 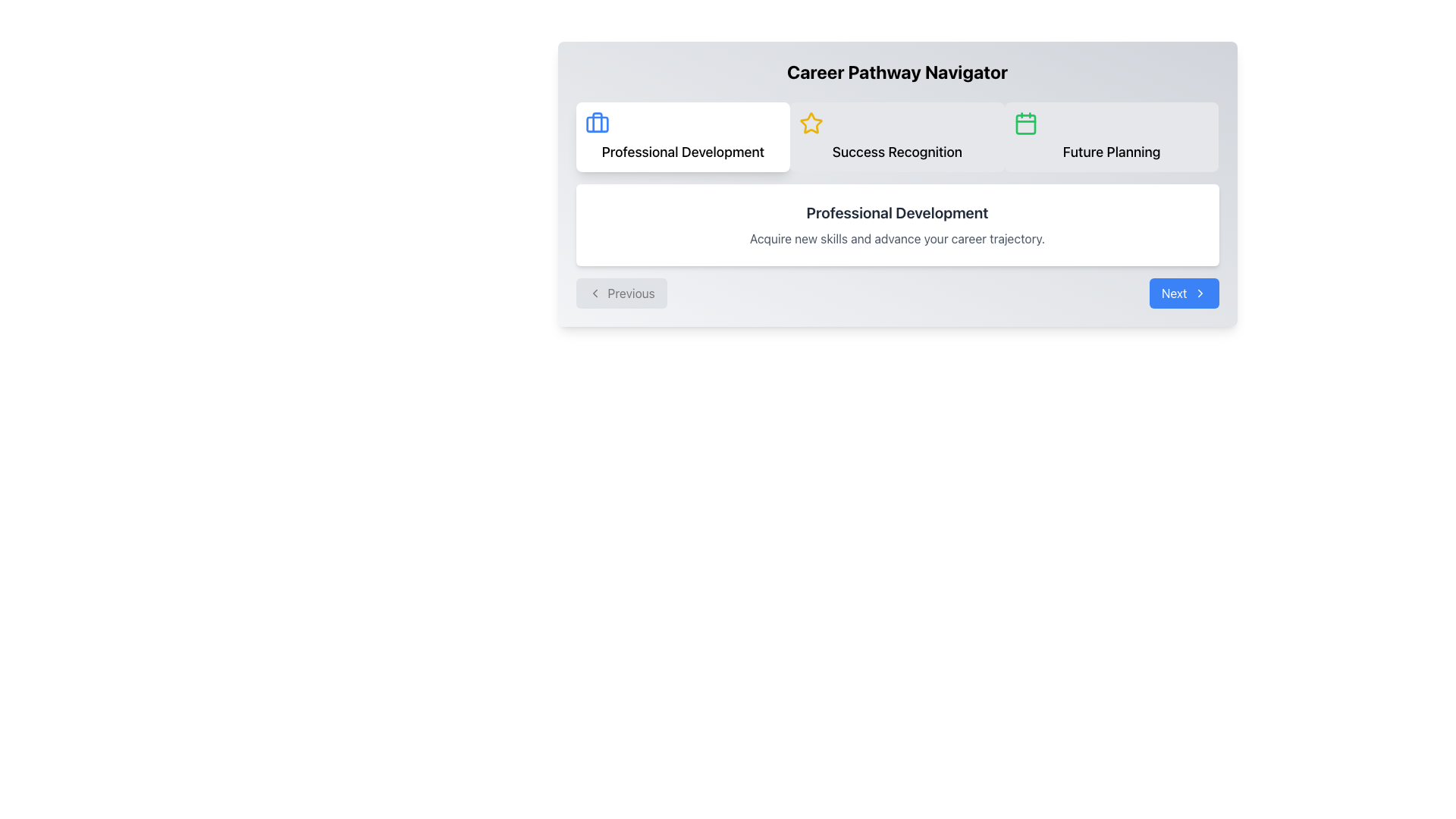 I want to click on the 'Next' text label located in the button at the bottom right corner of the interface, which includes an arrow icon to its right, so click(x=1173, y=293).